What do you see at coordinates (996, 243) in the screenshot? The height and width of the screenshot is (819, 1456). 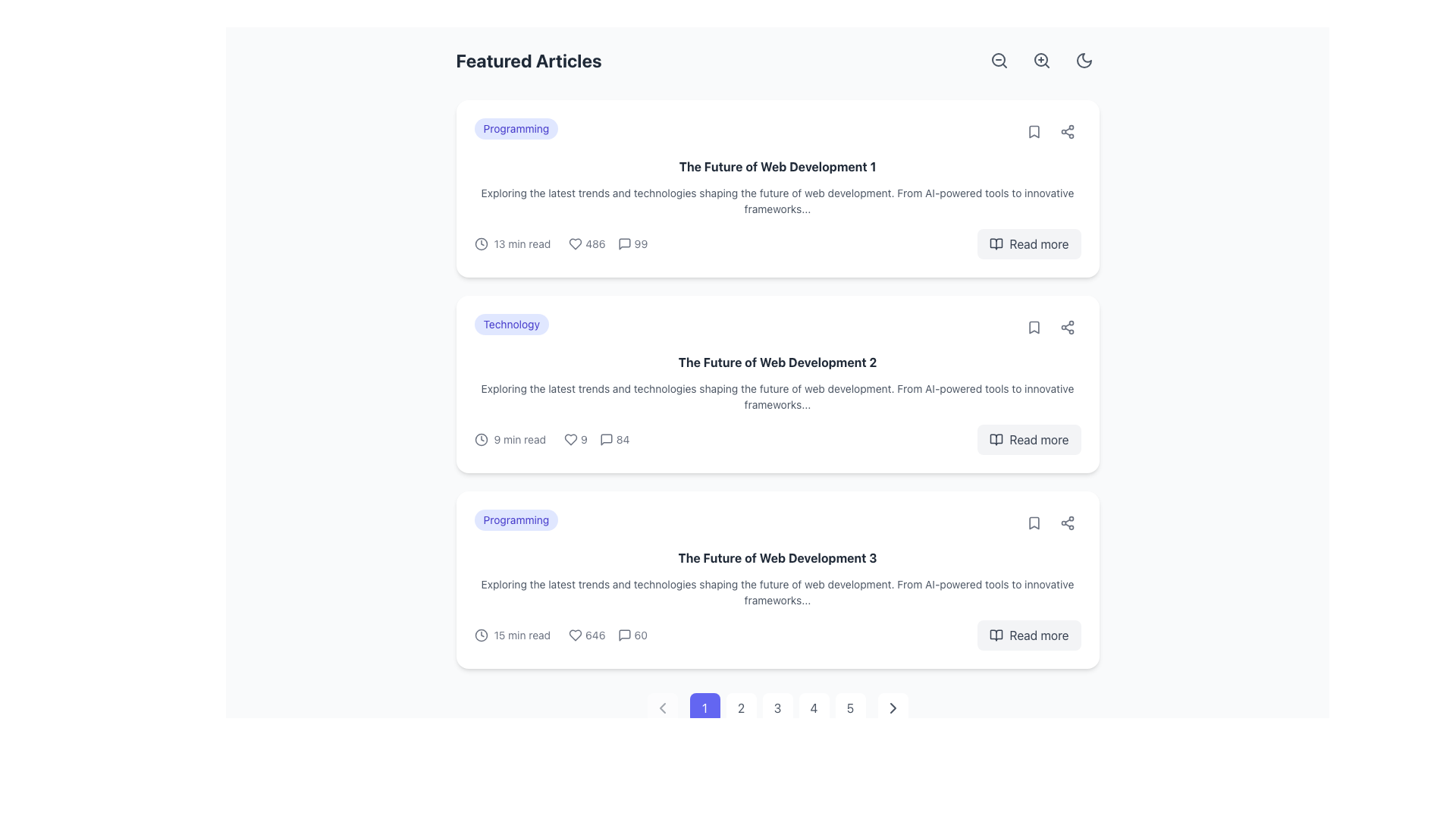 I see `the 'Read more' button that is located to the right of the open book icon, which is part of a vertically-stacked list of article summaries` at bounding box center [996, 243].